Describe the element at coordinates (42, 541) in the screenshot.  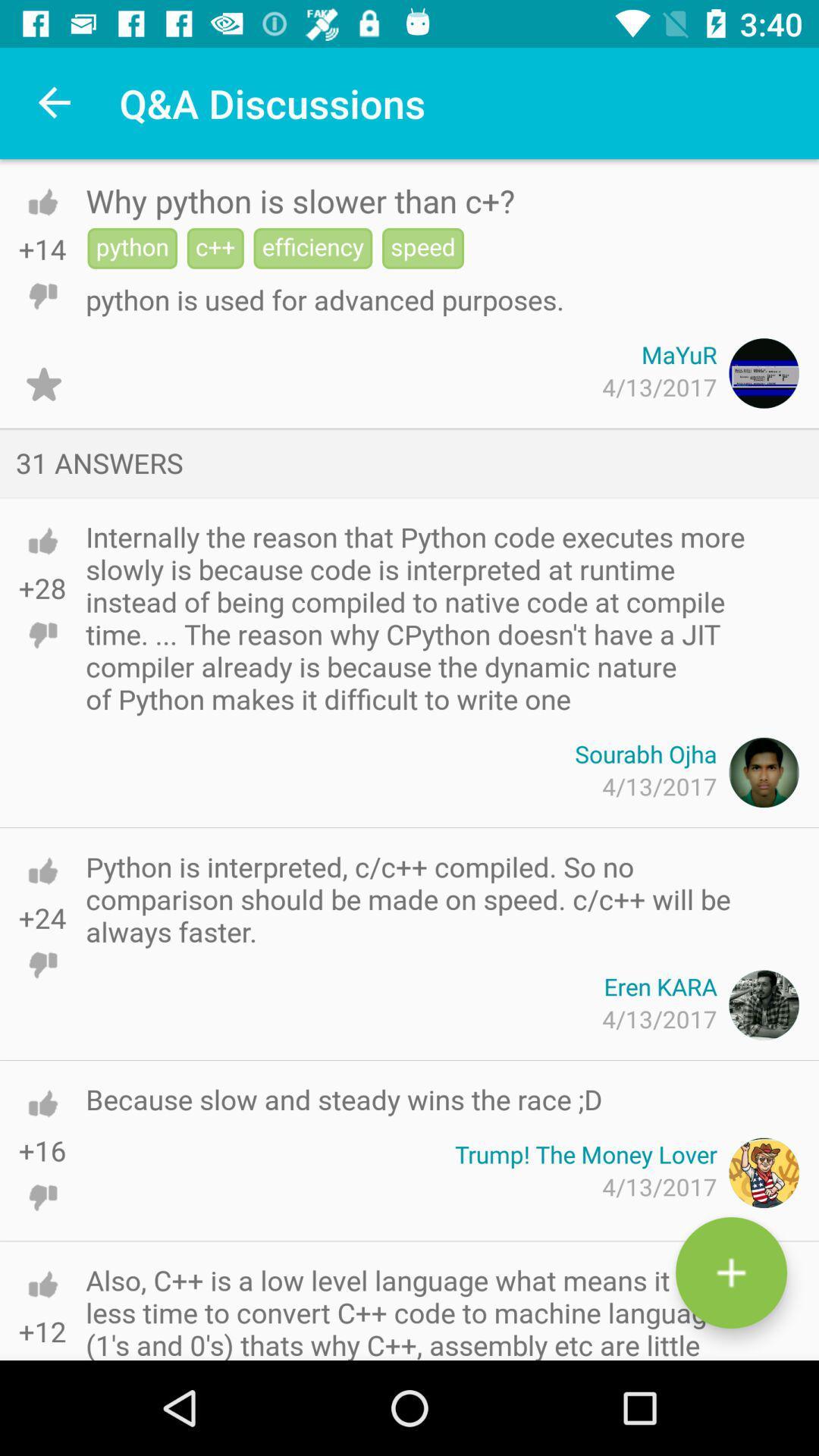
I see `give approval to answer` at that location.